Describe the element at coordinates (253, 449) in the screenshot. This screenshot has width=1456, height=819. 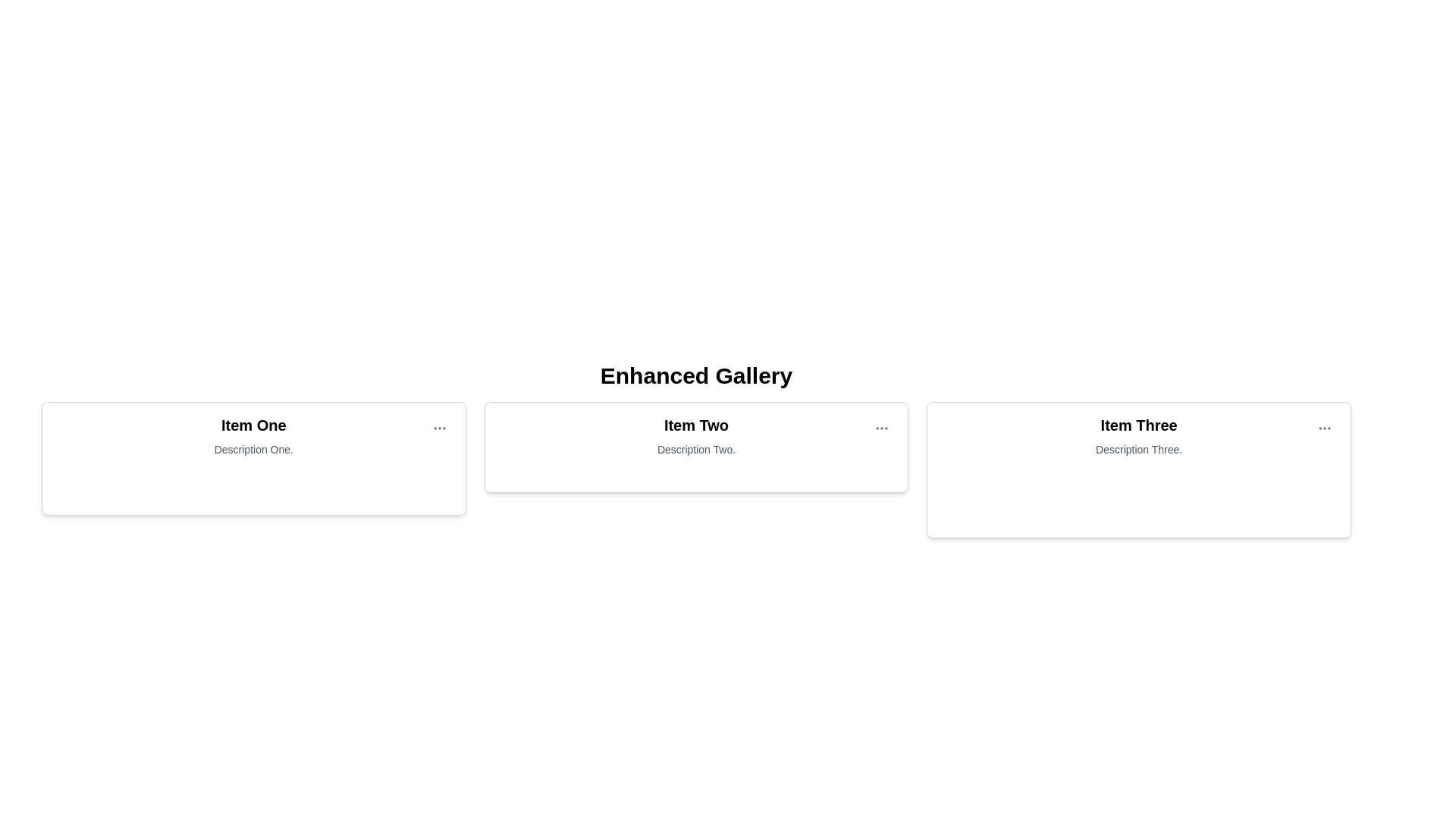
I see `gray text element displaying 'Description One.' located below the bold text 'Item One.' in the card section` at that location.